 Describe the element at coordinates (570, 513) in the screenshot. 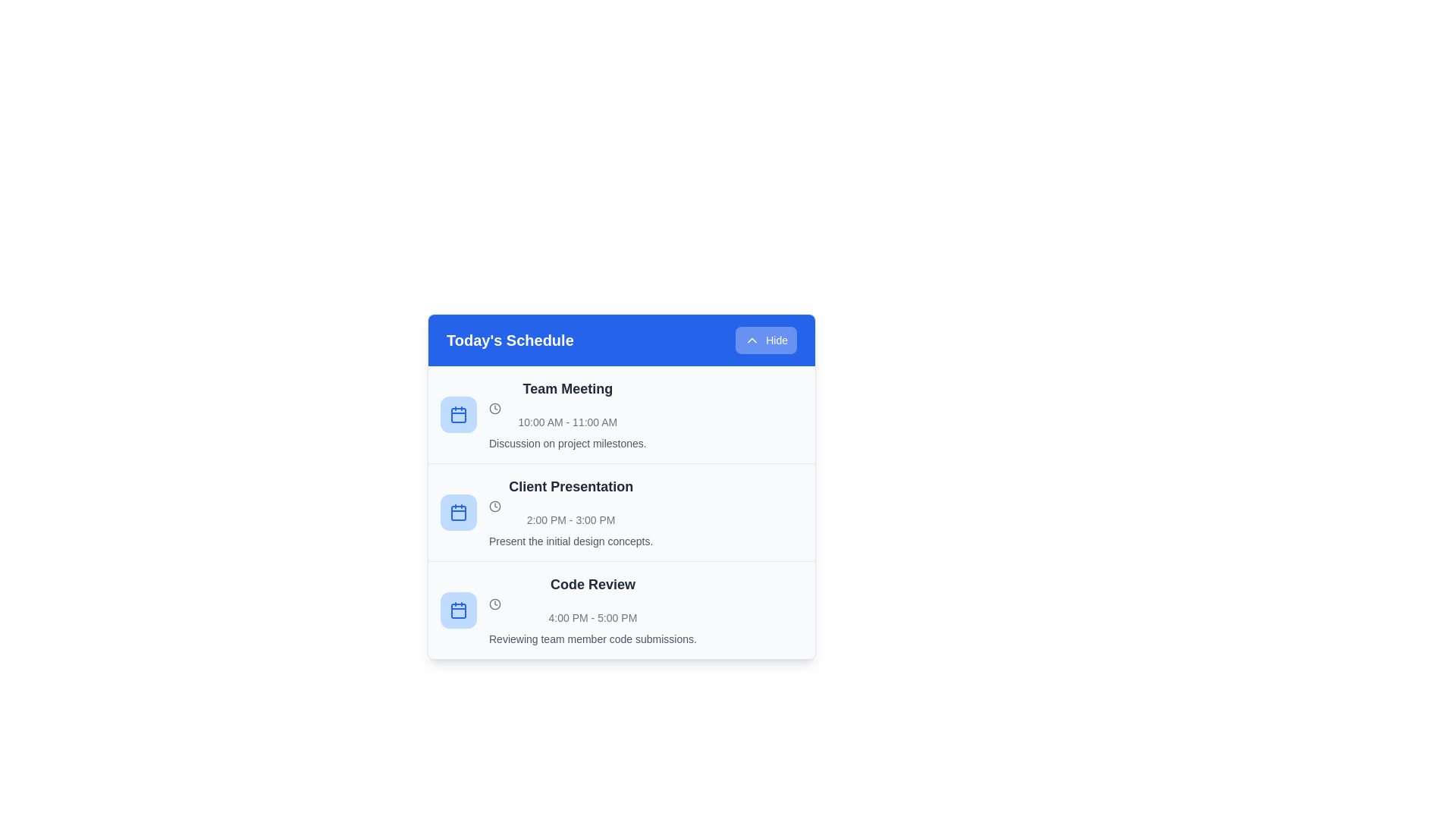

I see `the Time Display element that shows the time range '2:00 PM - 3:00 PM', located below 'Client Presentation' and above 'Present the initial design concepts'` at that location.